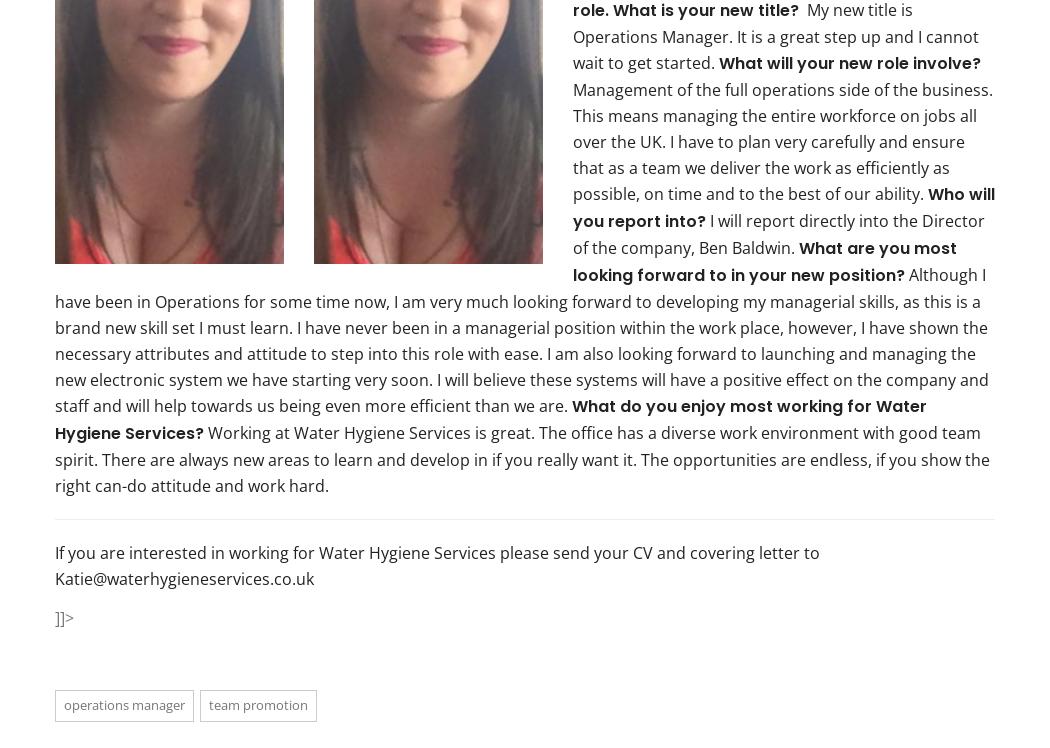 This screenshot has height=748, width=1050. Describe the element at coordinates (489, 419) in the screenshot. I see `'What do you enjoy most working for Water Hygiene Services?'` at that location.